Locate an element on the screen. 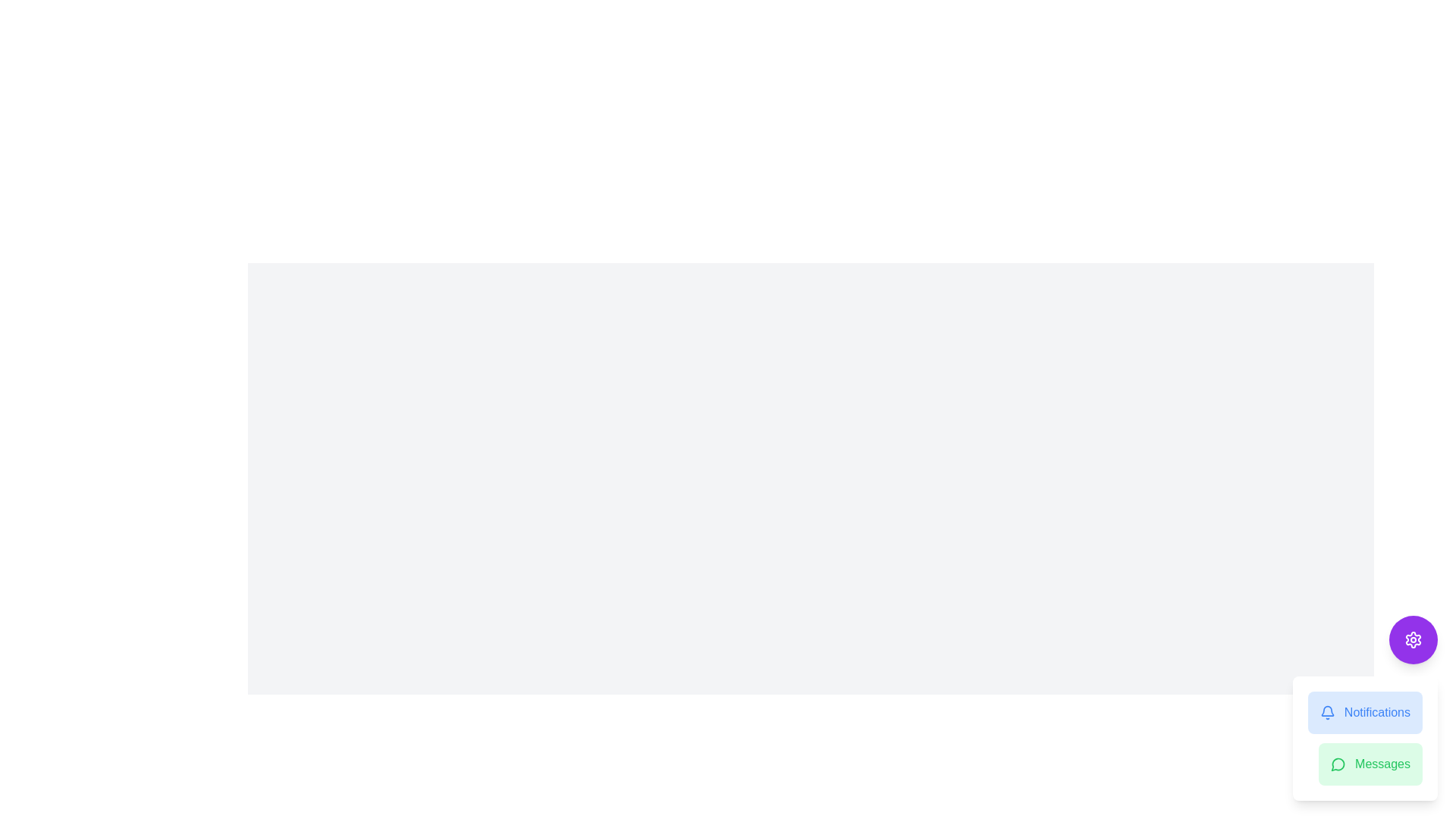 The height and width of the screenshot is (819, 1456). the 'Notifications' button, which features a blue bell icon and has text written in blue is located at coordinates (1365, 713).